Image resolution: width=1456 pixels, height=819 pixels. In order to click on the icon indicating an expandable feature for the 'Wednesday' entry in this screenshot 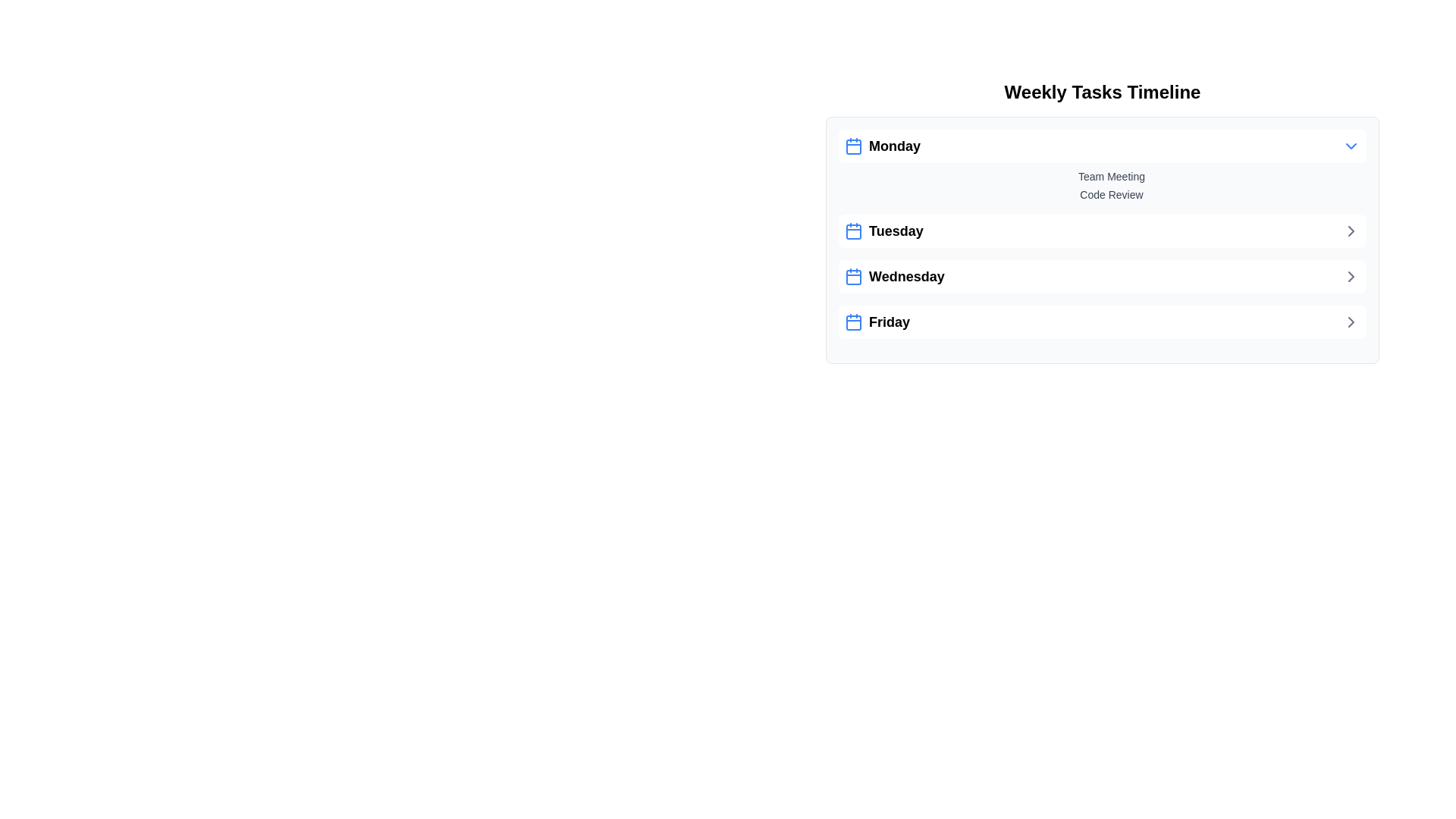, I will do `click(1351, 277)`.